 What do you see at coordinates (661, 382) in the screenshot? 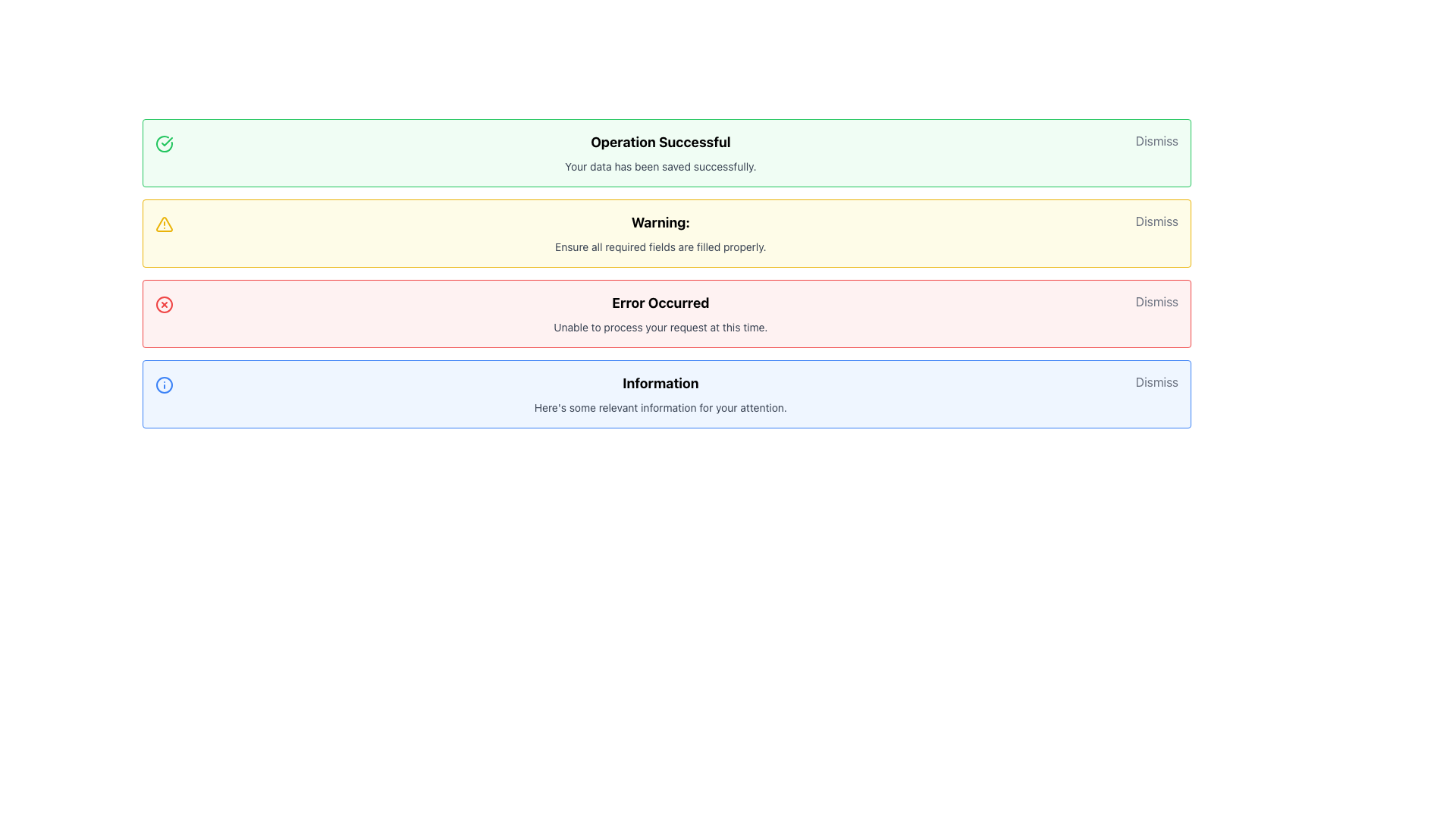
I see `the Text Label that serves as the title or heading of the information message box, located at the top of the bottom information box` at bounding box center [661, 382].